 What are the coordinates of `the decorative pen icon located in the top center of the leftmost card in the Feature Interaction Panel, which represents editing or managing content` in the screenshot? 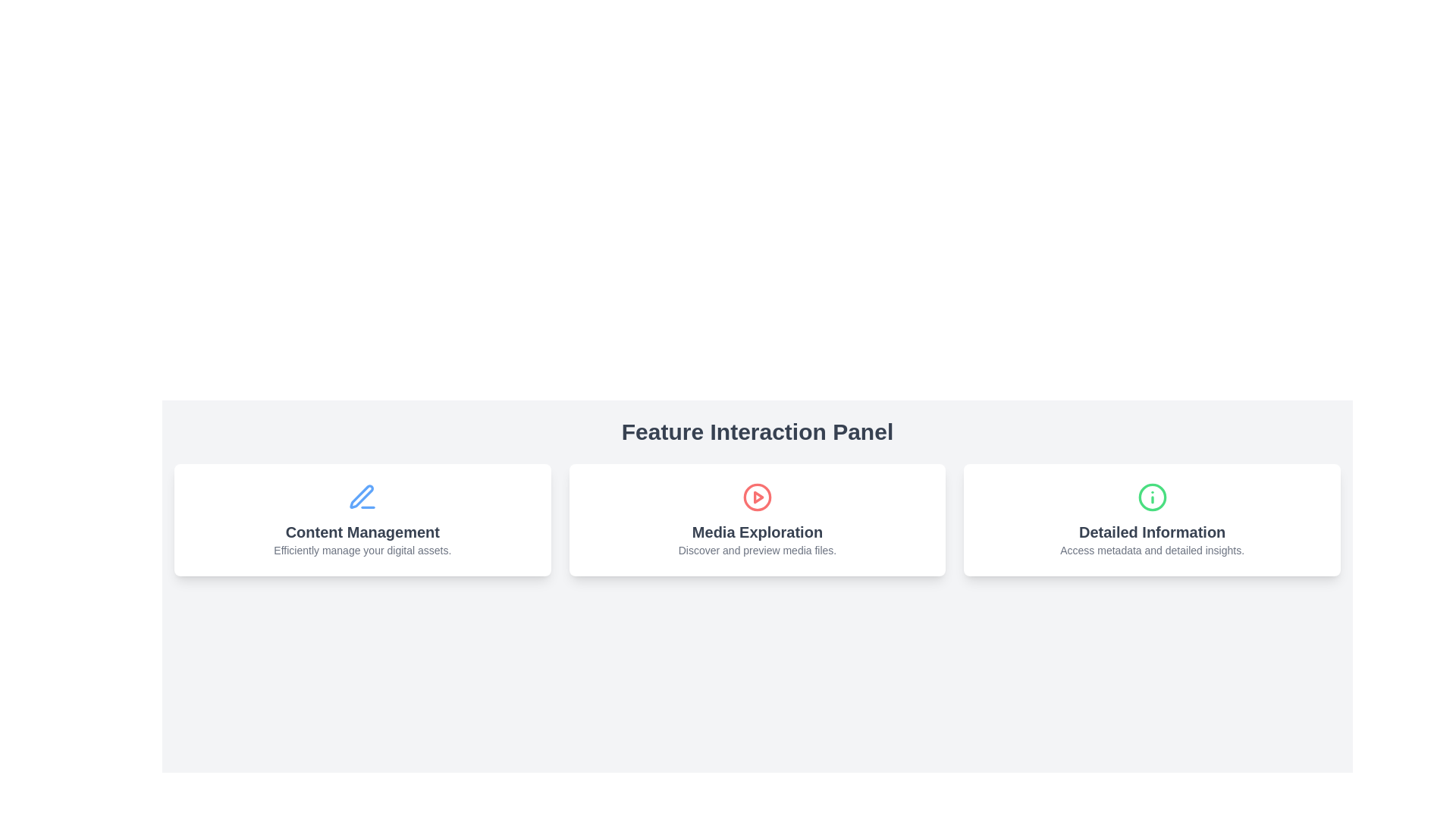 It's located at (361, 497).